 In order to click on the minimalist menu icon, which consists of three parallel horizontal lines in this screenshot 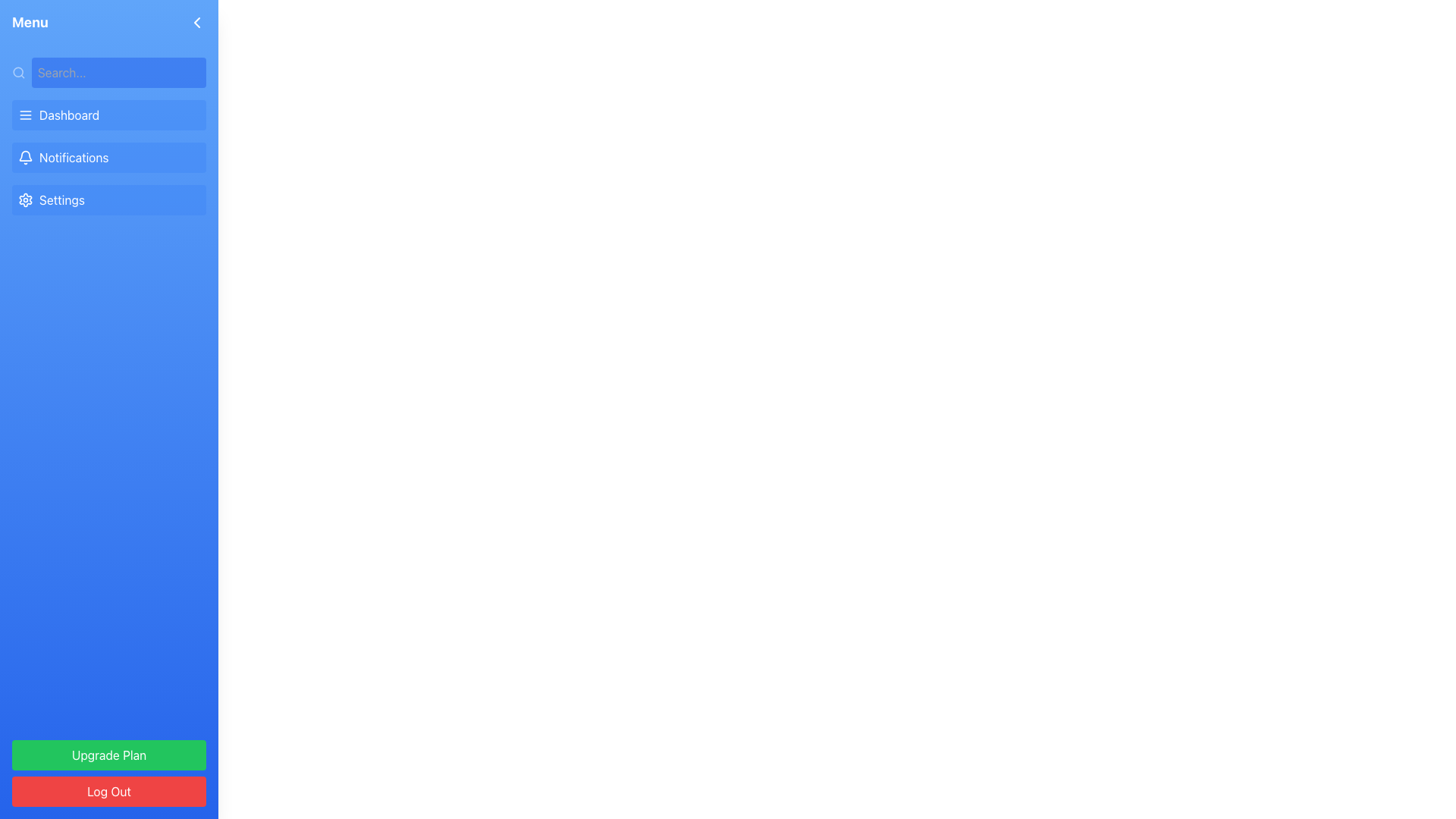, I will do `click(25, 114)`.